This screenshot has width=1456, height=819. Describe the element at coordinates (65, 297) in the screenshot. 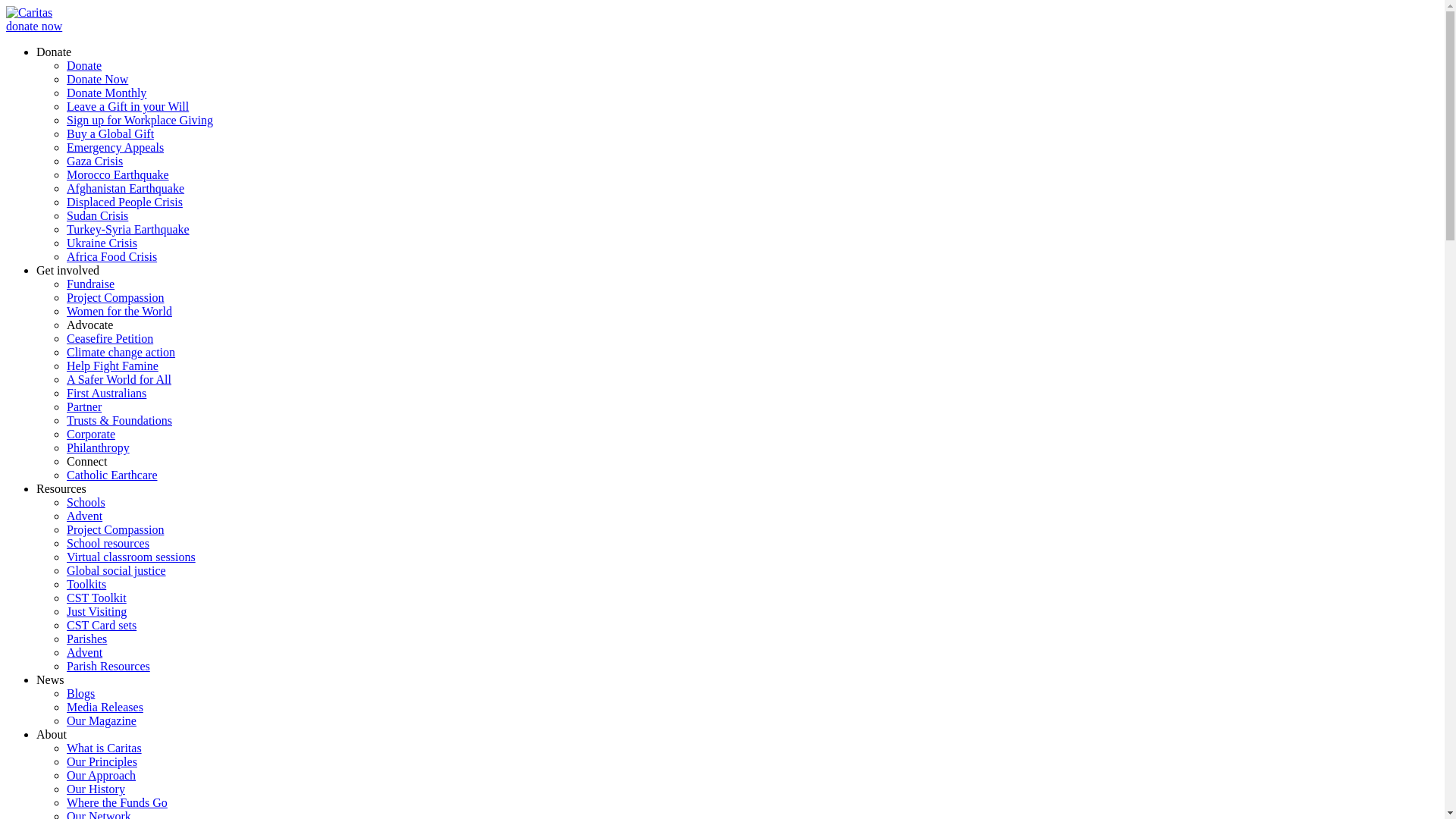

I see `'Project Compassion'` at that location.